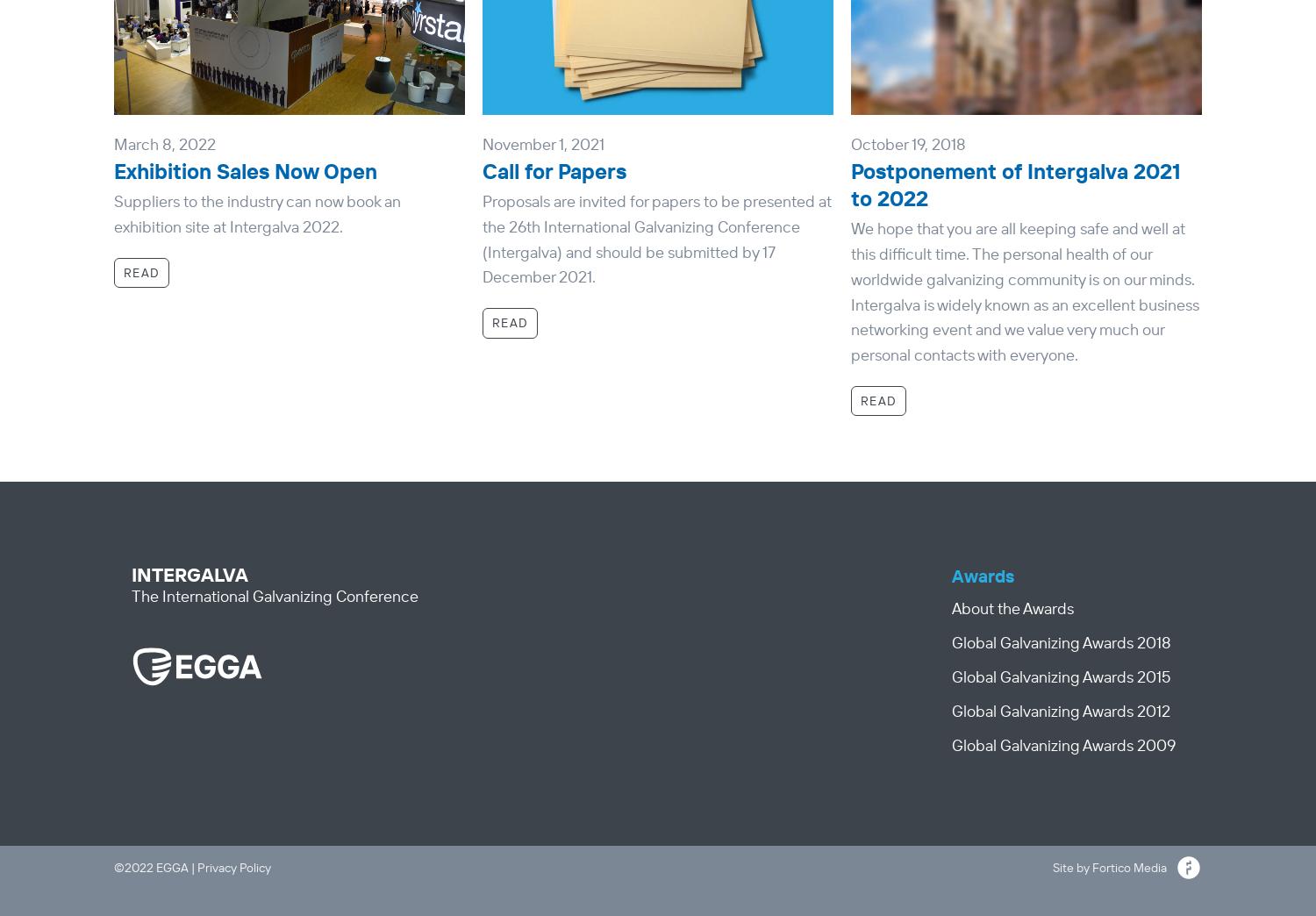  Describe the element at coordinates (1060, 709) in the screenshot. I see `'Global Galvanizing Awards 2012'` at that location.